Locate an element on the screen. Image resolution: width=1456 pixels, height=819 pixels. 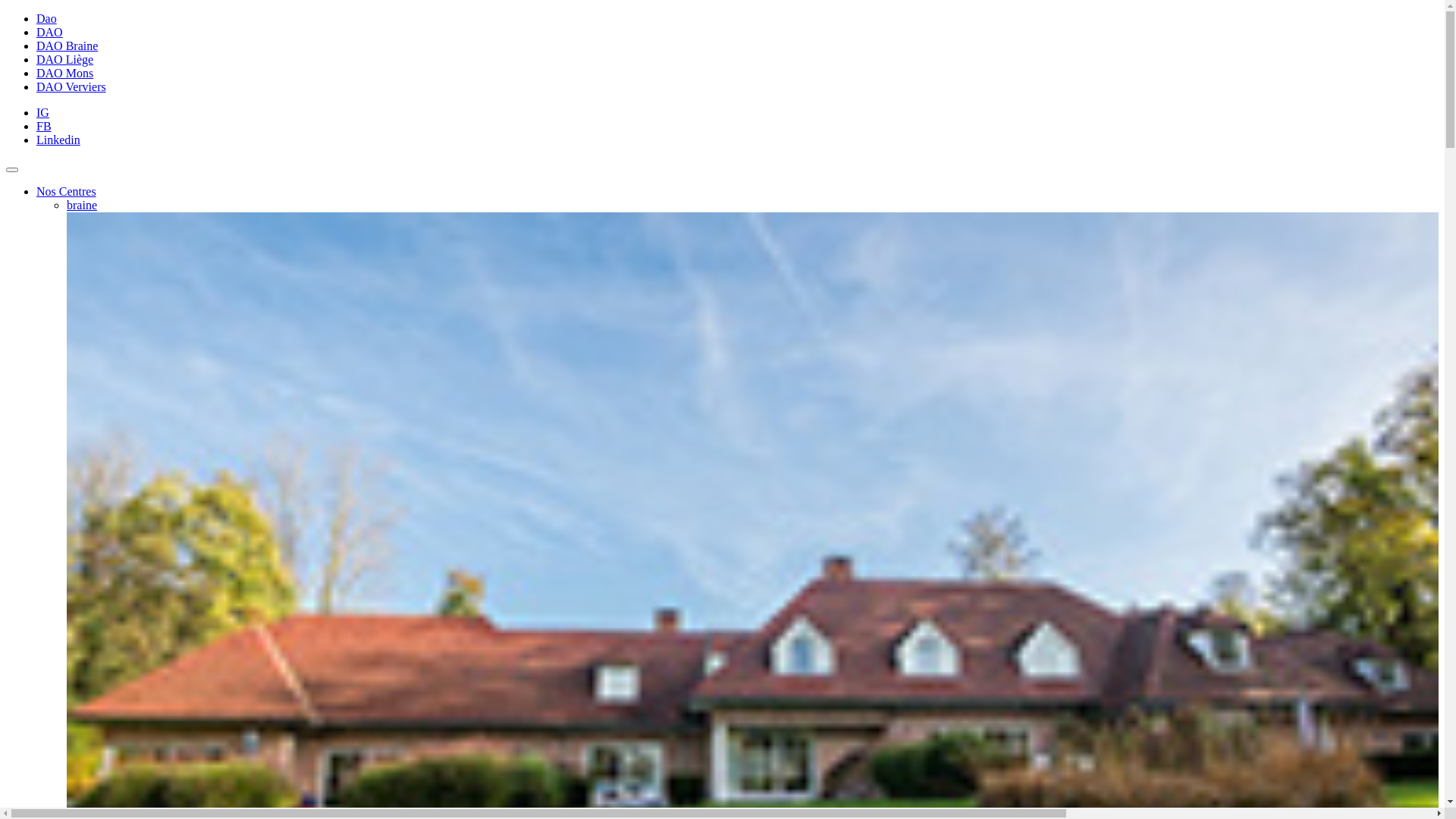
'Linkedin' is located at coordinates (58, 140).